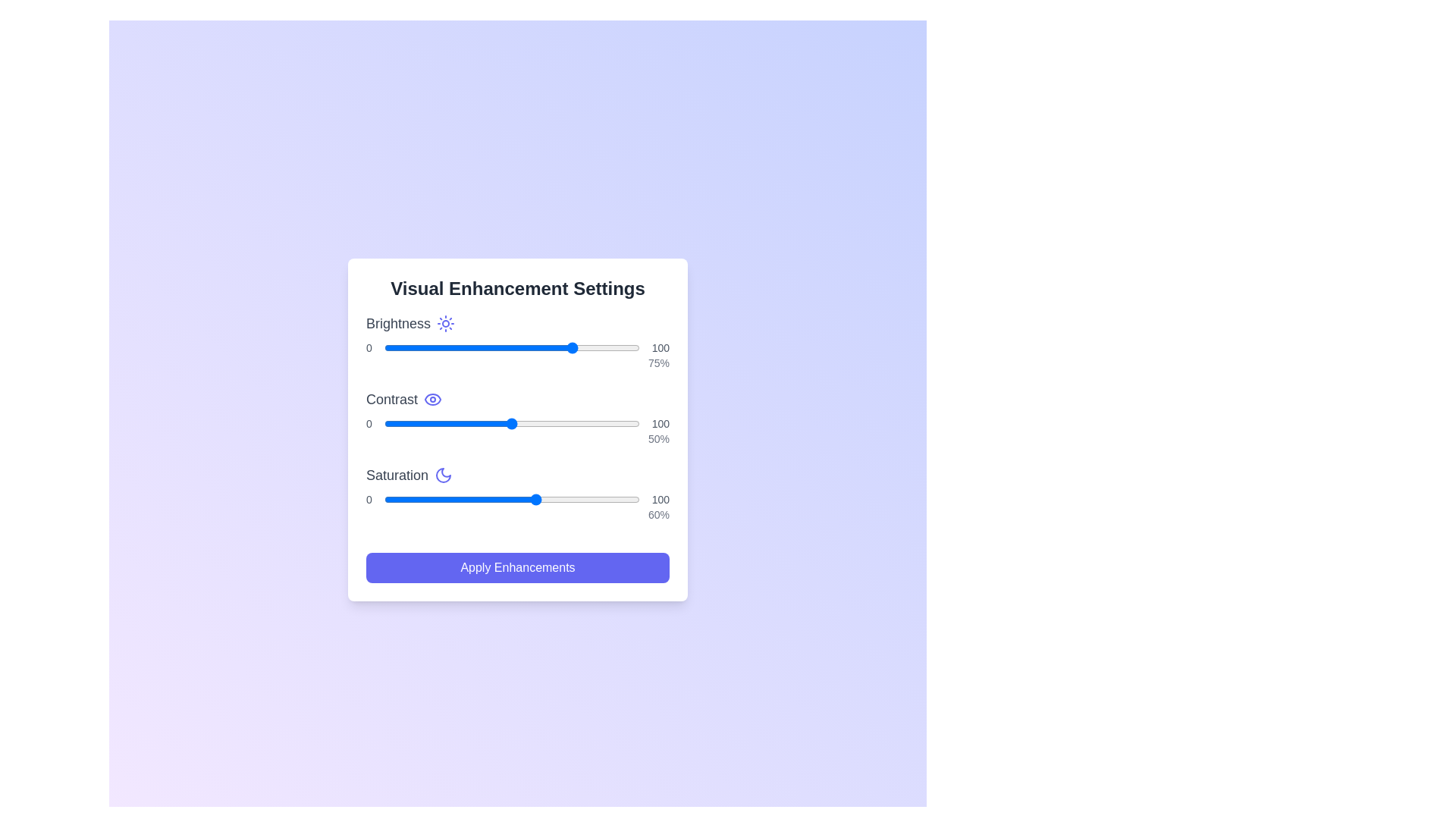 The image size is (1456, 819). I want to click on the contrast slider to set the contrast to 45%, so click(499, 424).